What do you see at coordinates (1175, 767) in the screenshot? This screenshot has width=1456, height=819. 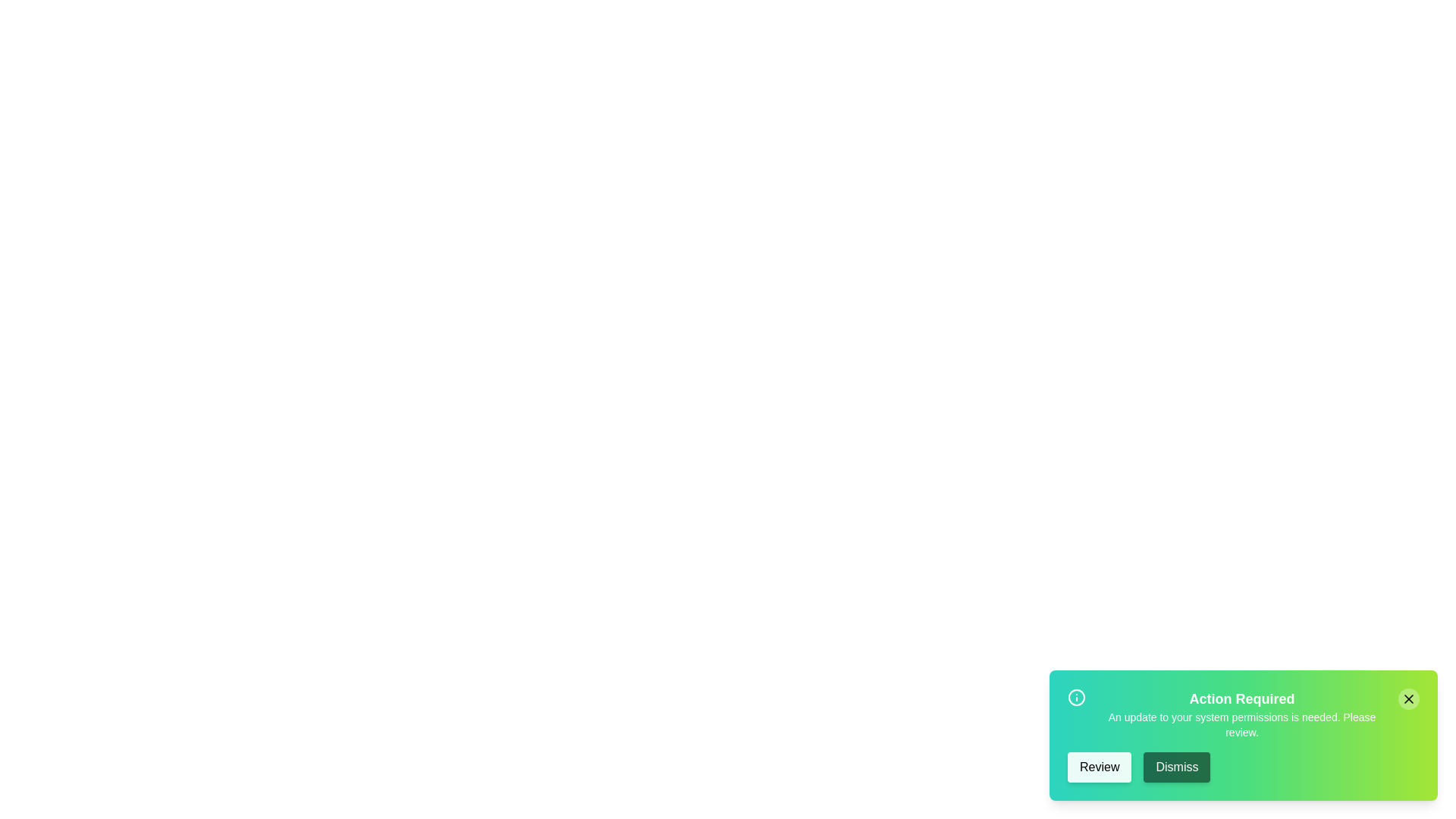 I see `the Dismiss button to observe its hover effect` at bounding box center [1175, 767].